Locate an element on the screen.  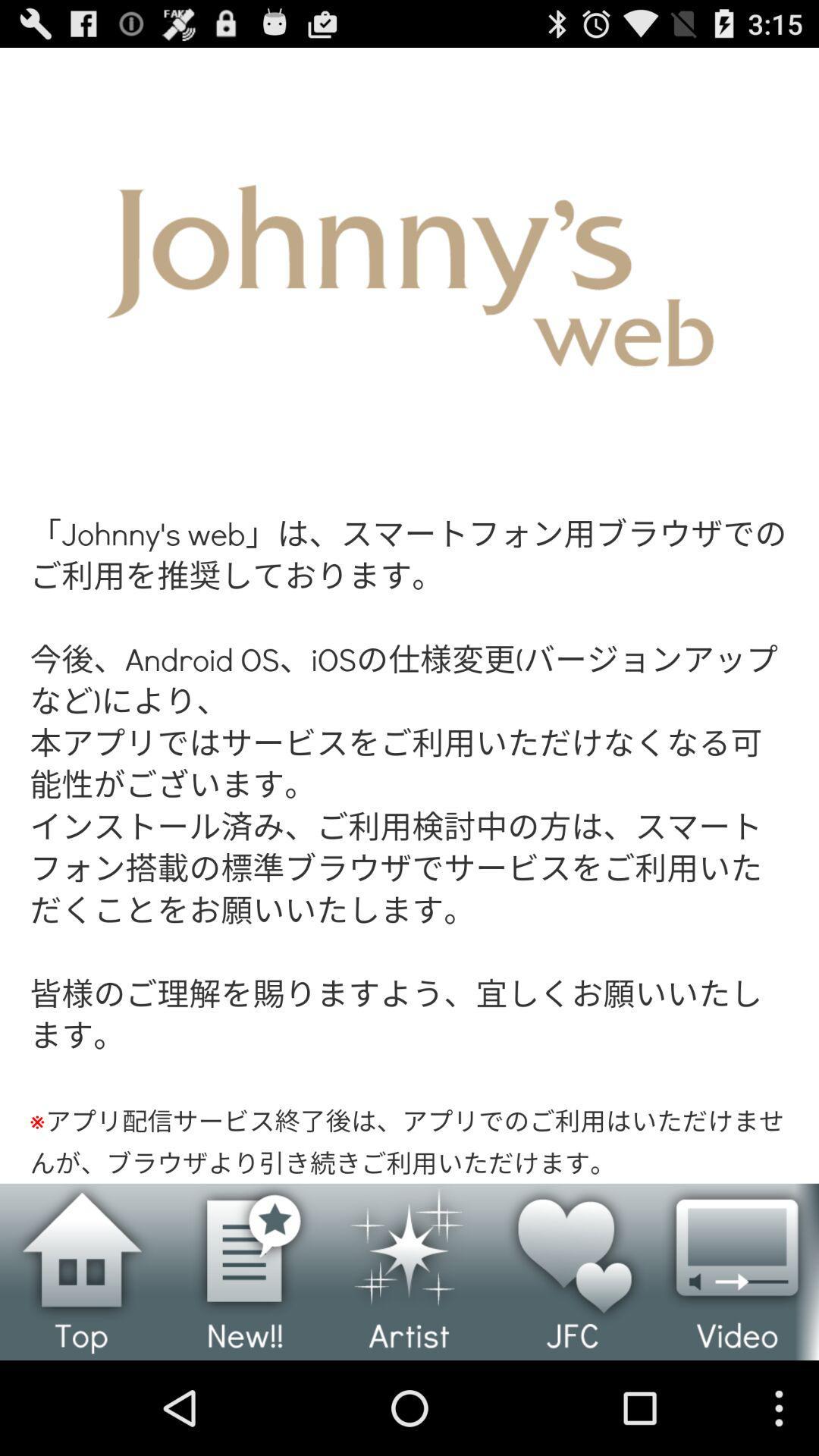
the main menu is located at coordinates (82, 1272).